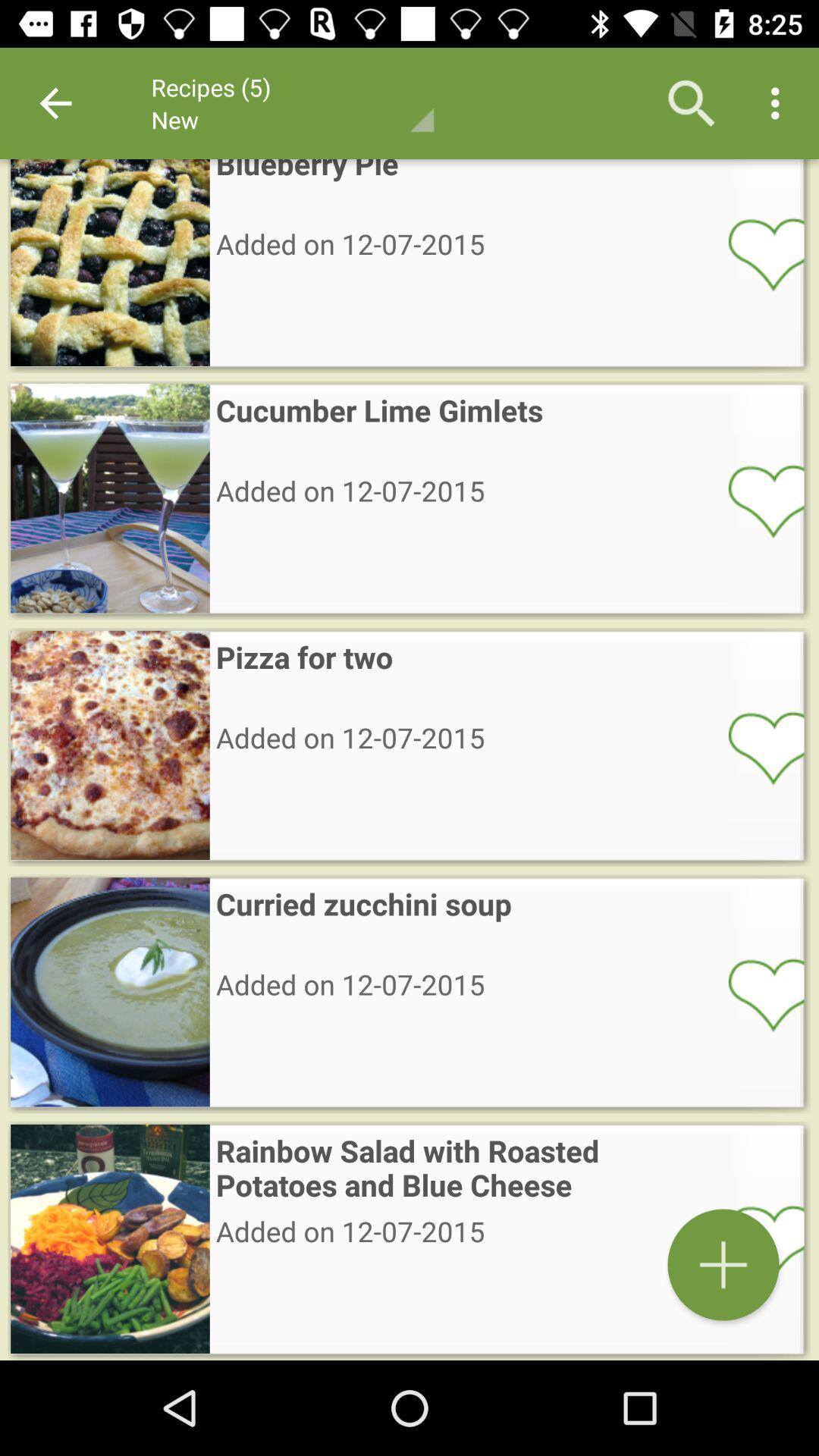  What do you see at coordinates (722, 1264) in the screenshot?
I see `rainbow salad with roasted potatoes and blue cheese` at bounding box center [722, 1264].